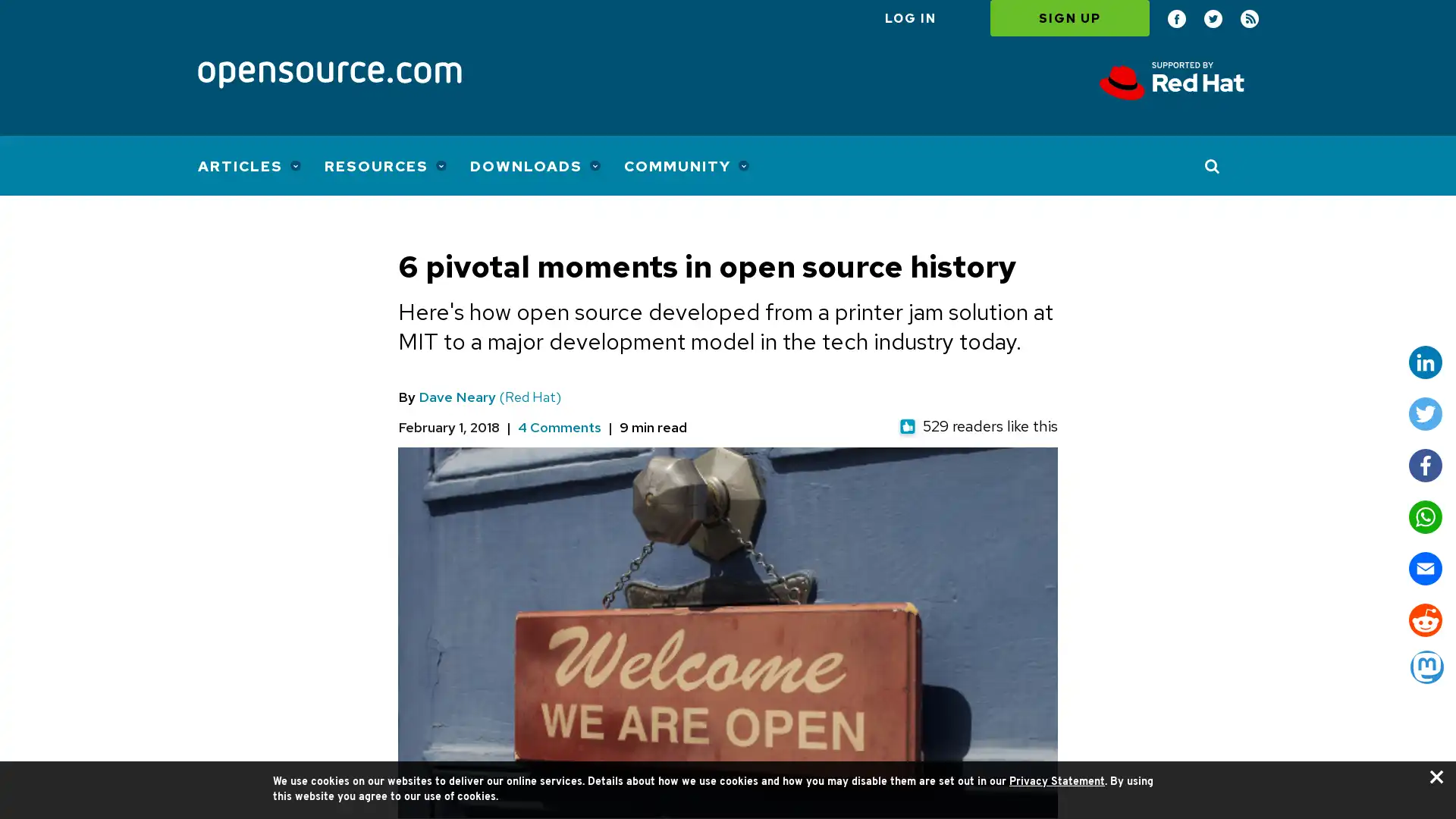 The width and height of the screenshot is (1456, 819). What do you see at coordinates (1426, 666) in the screenshot?
I see `MASTODON` at bounding box center [1426, 666].